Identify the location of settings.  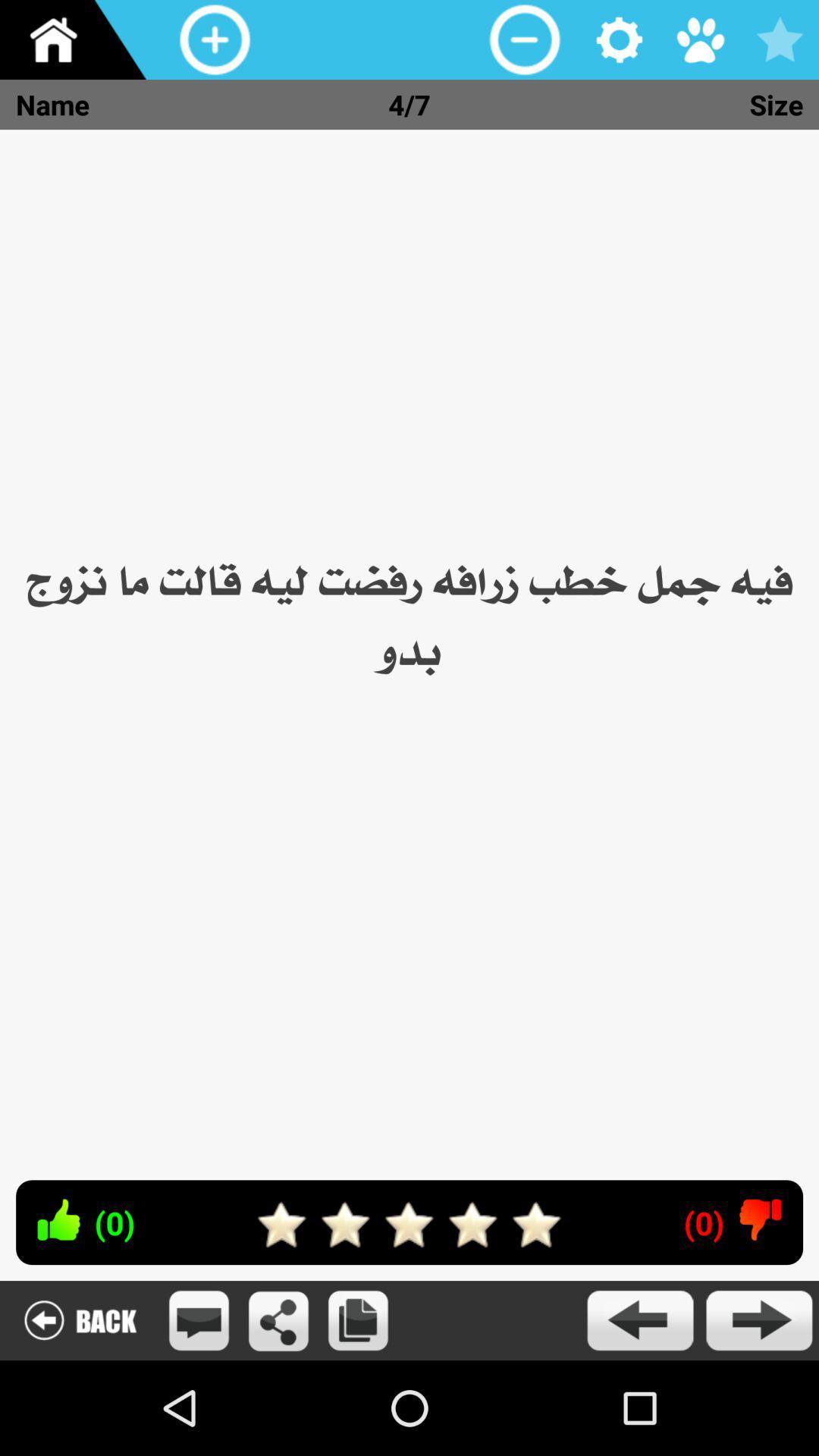
(620, 39).